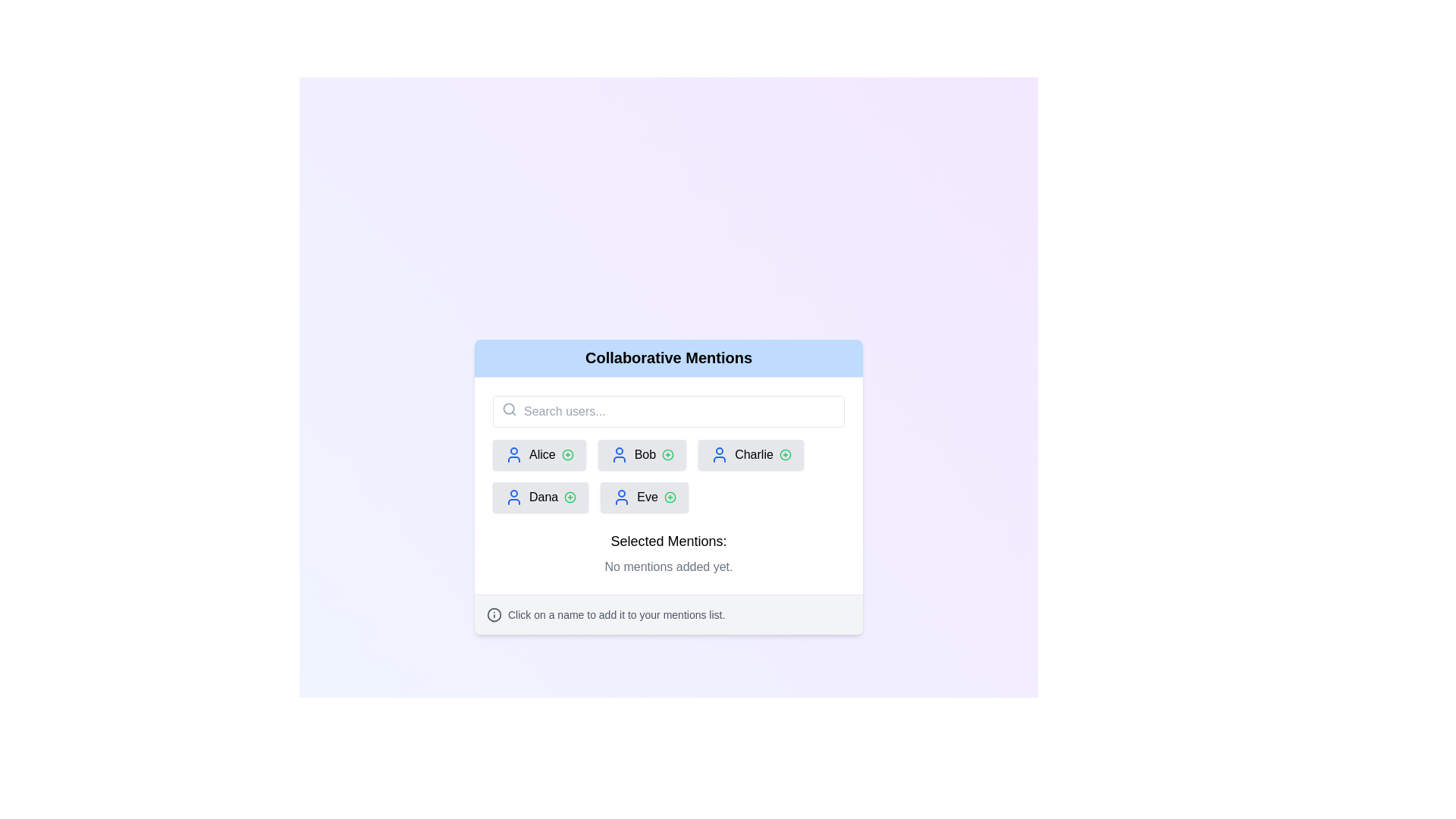 The width and height of the screenshot is (1456, 819). Describe the element at coordinates (570, 497) in the screenshot. I see `the button icon` at that location.